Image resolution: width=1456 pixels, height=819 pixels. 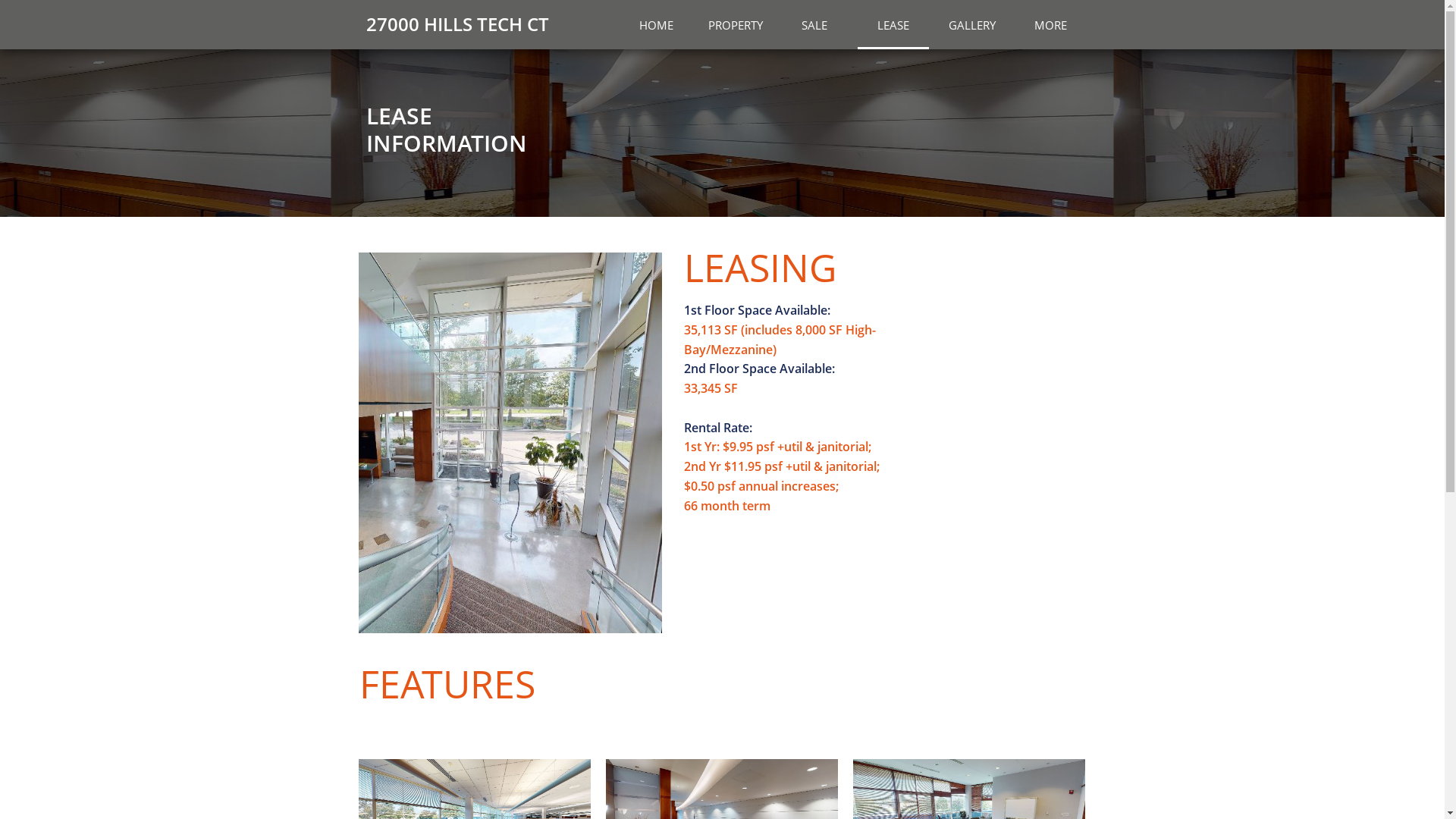 What do you see at coordinates (971, 24) in the screenshot?
I see `'GALLERY'` at bounding box center [971, 24].